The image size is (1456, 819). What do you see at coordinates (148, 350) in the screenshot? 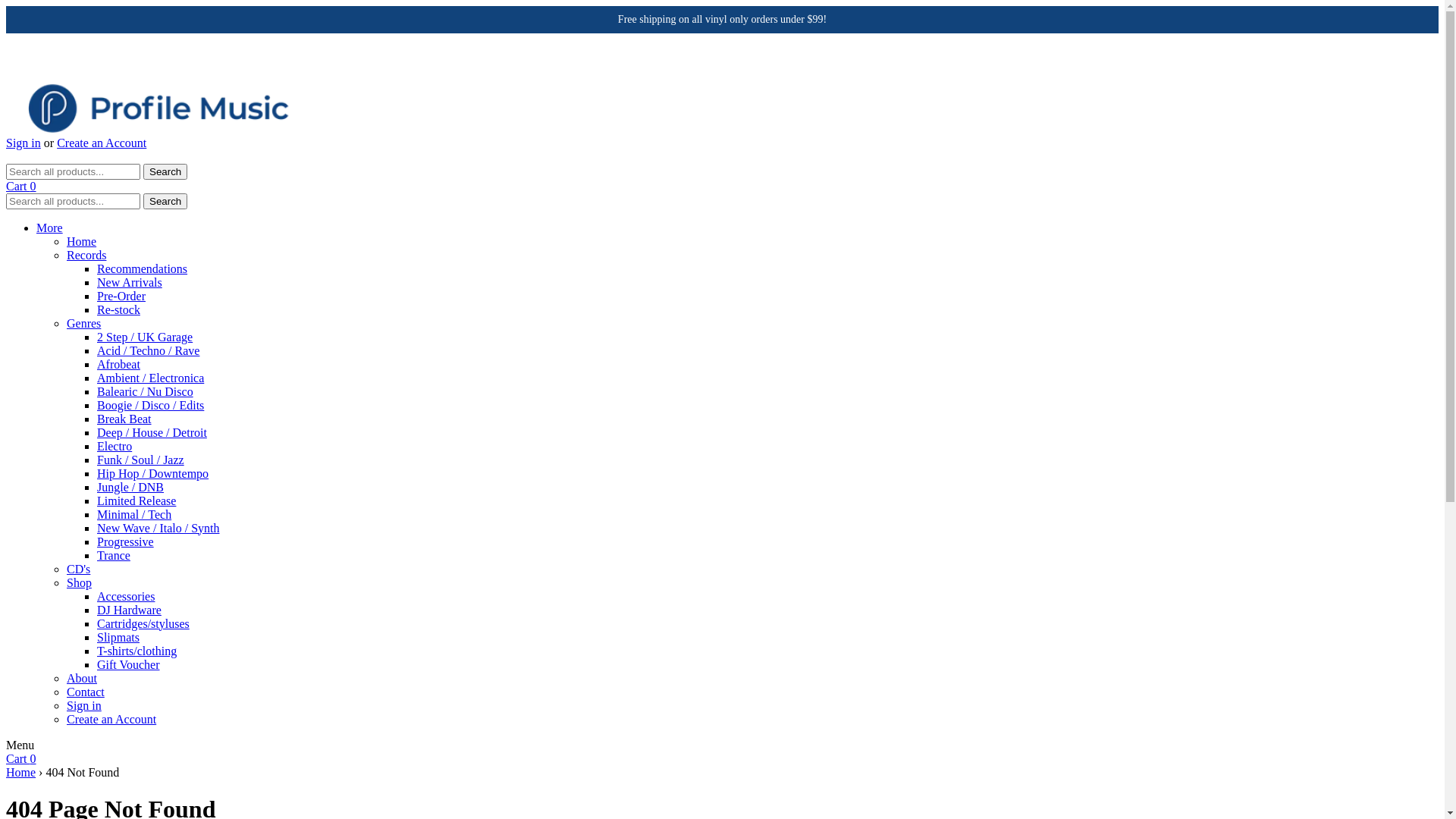
I see `'Acid / Techno / Rave'` at bounding box center [148, 350].